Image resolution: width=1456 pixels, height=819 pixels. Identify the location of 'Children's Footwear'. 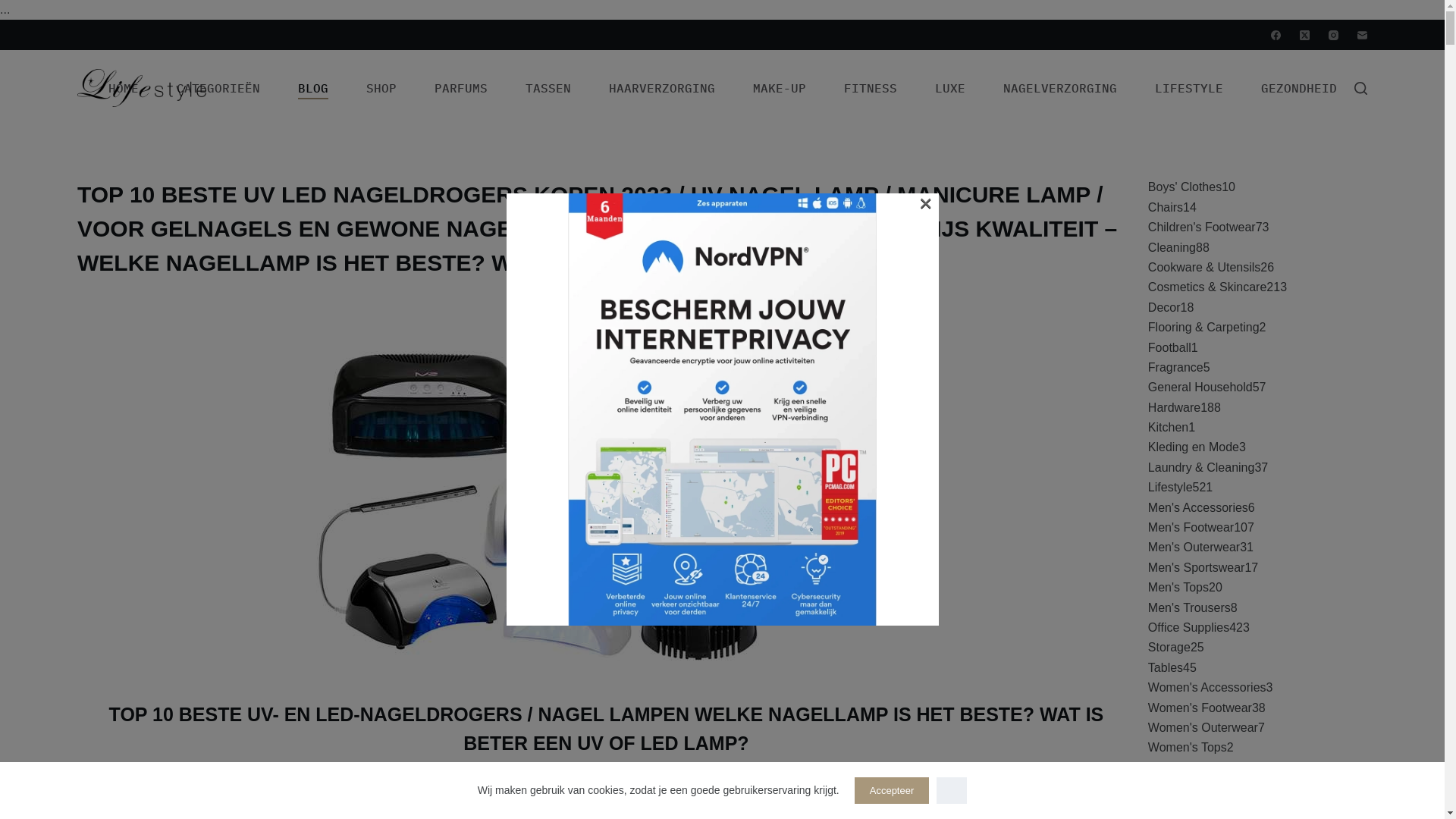
(1200, 227).